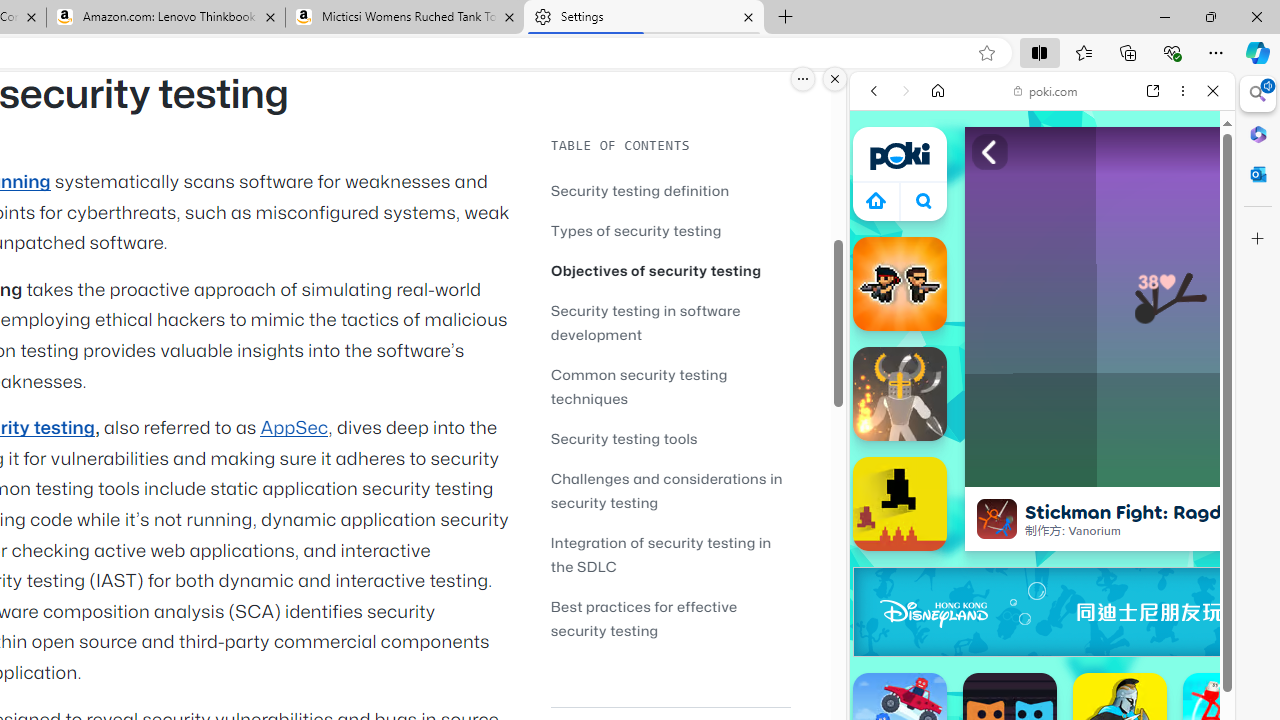 This screenshot has width=1280, height=720. What do you see at coordinates (644, 617) in the screenshot?
I see `'Best practices for effective security testing'` at bounding box center [644, 617].